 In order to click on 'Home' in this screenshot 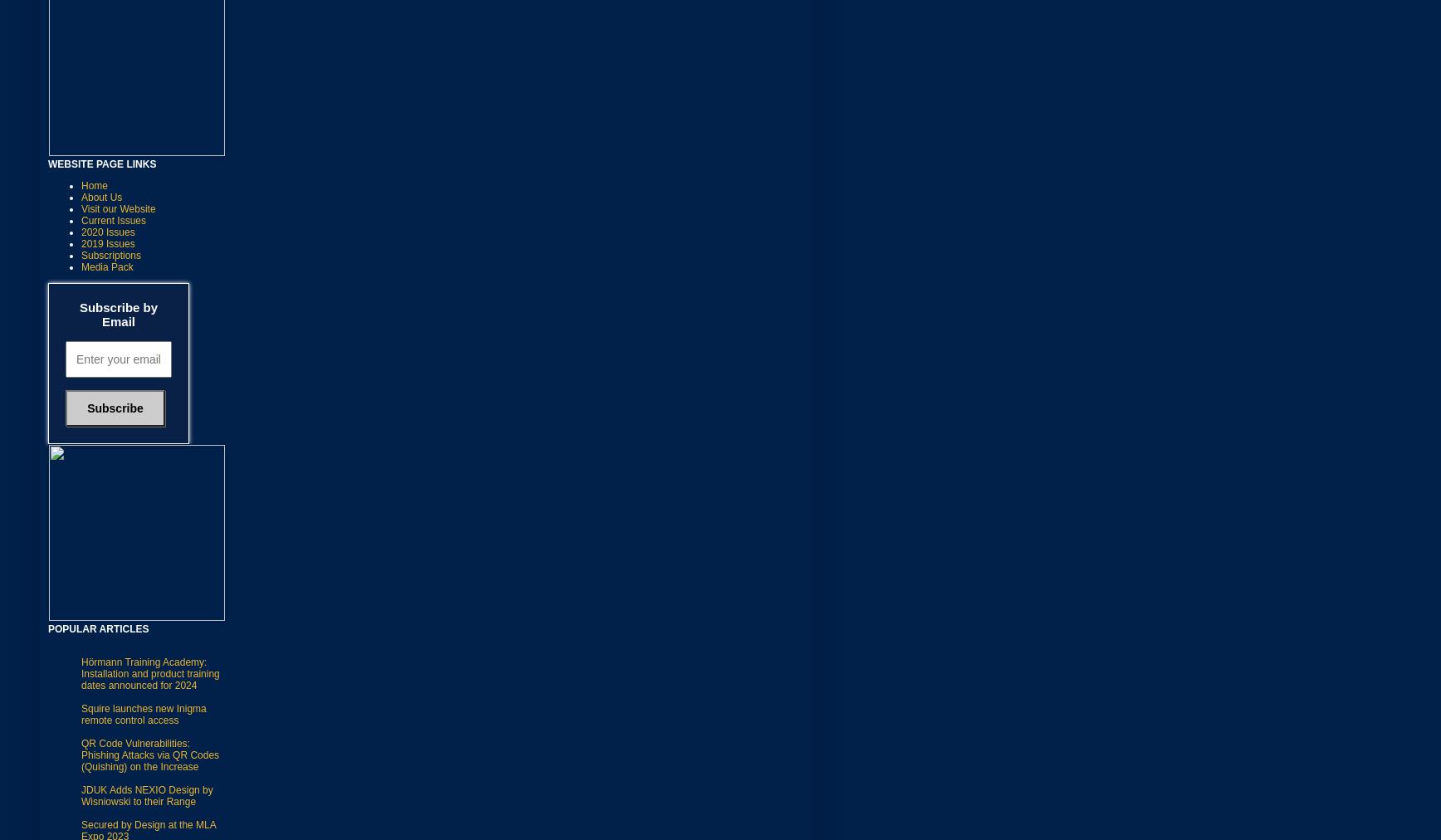, I will do `click(94, 185)`.